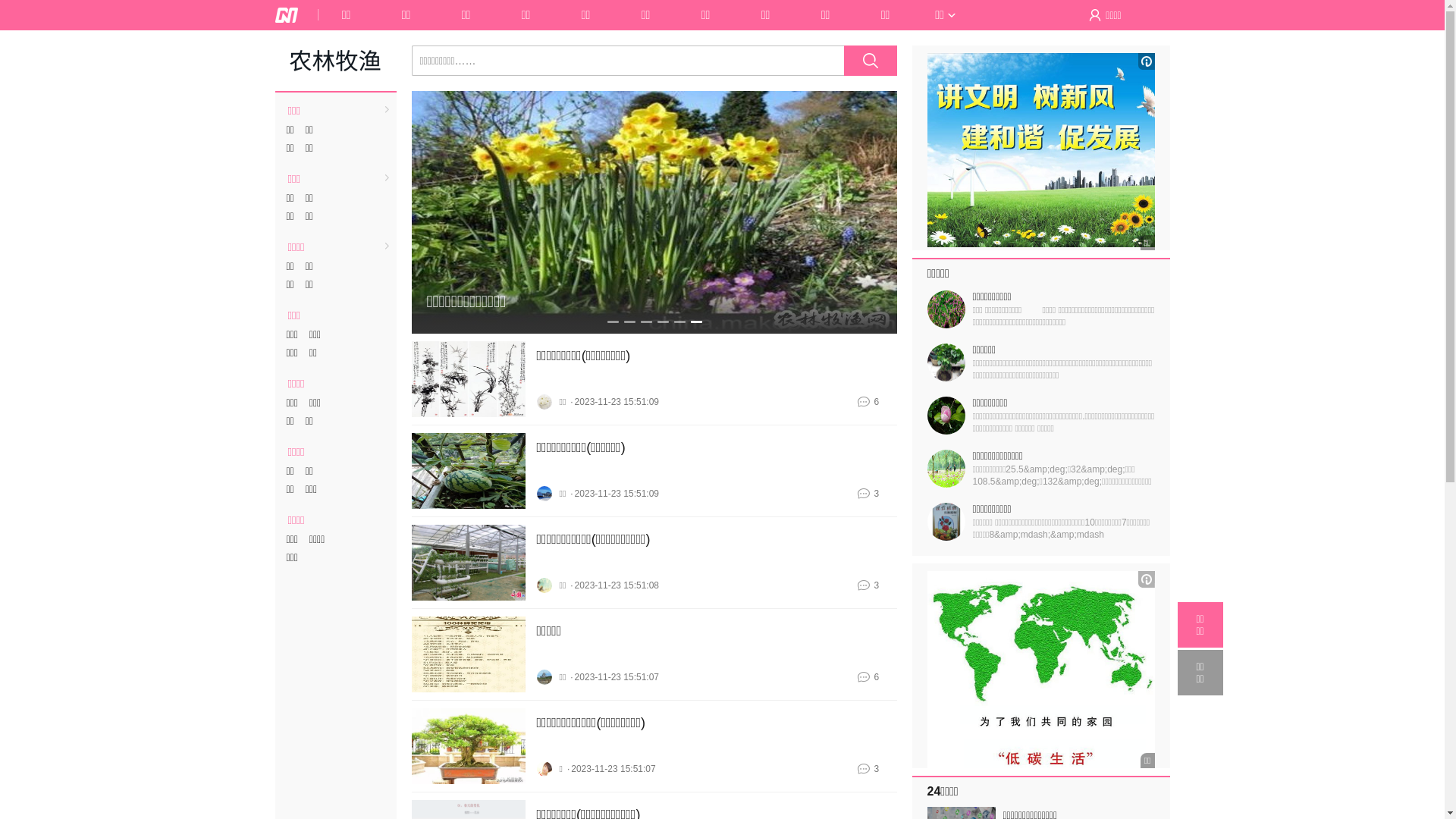 This screenshot has width=1456, height=819. Describe the element at coordinates (856, 584) in the screenshot. I see `'3'` at that location.